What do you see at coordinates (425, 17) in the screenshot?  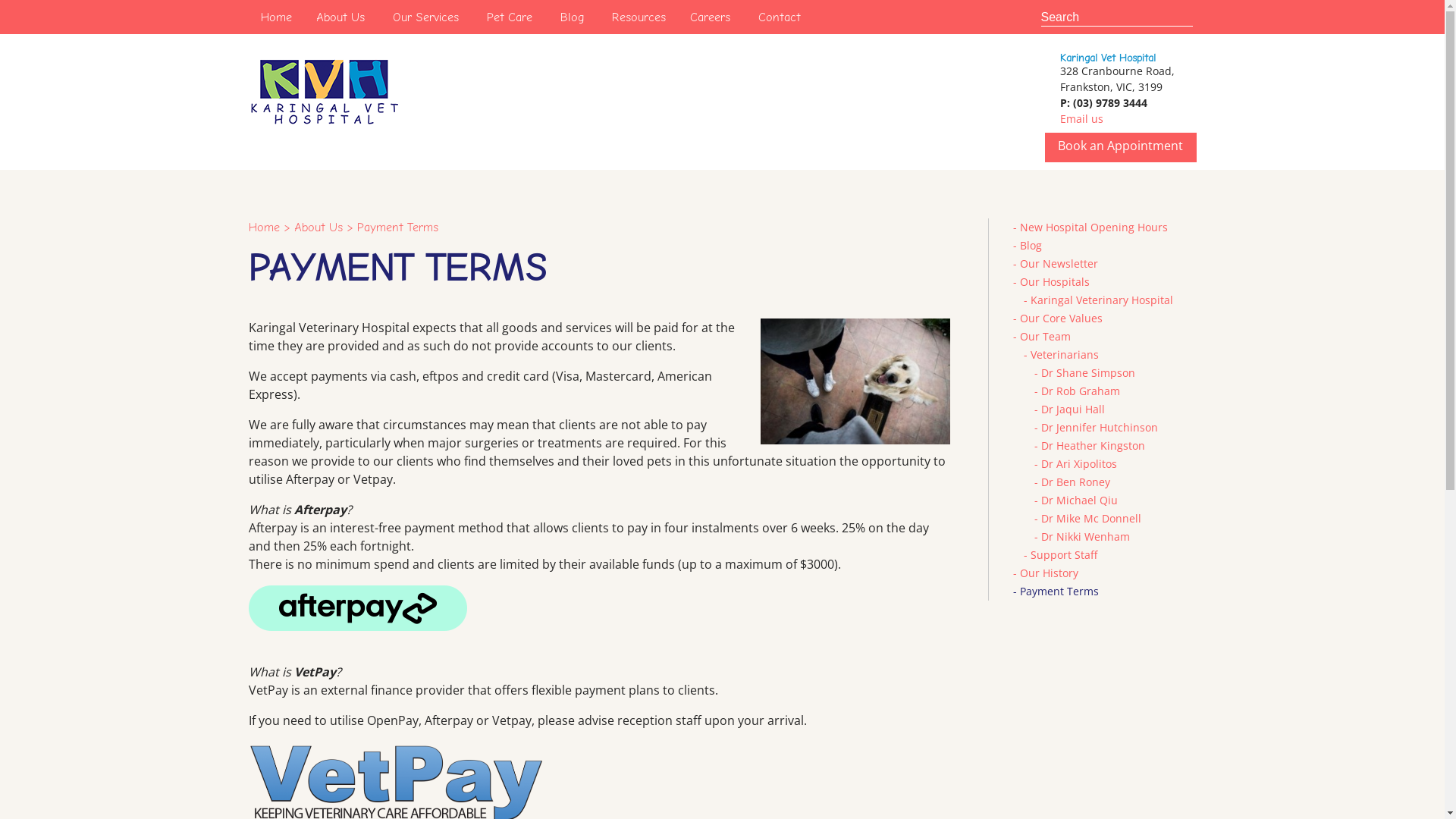 I see `'Our Services'` at bounding box center [425, 17].